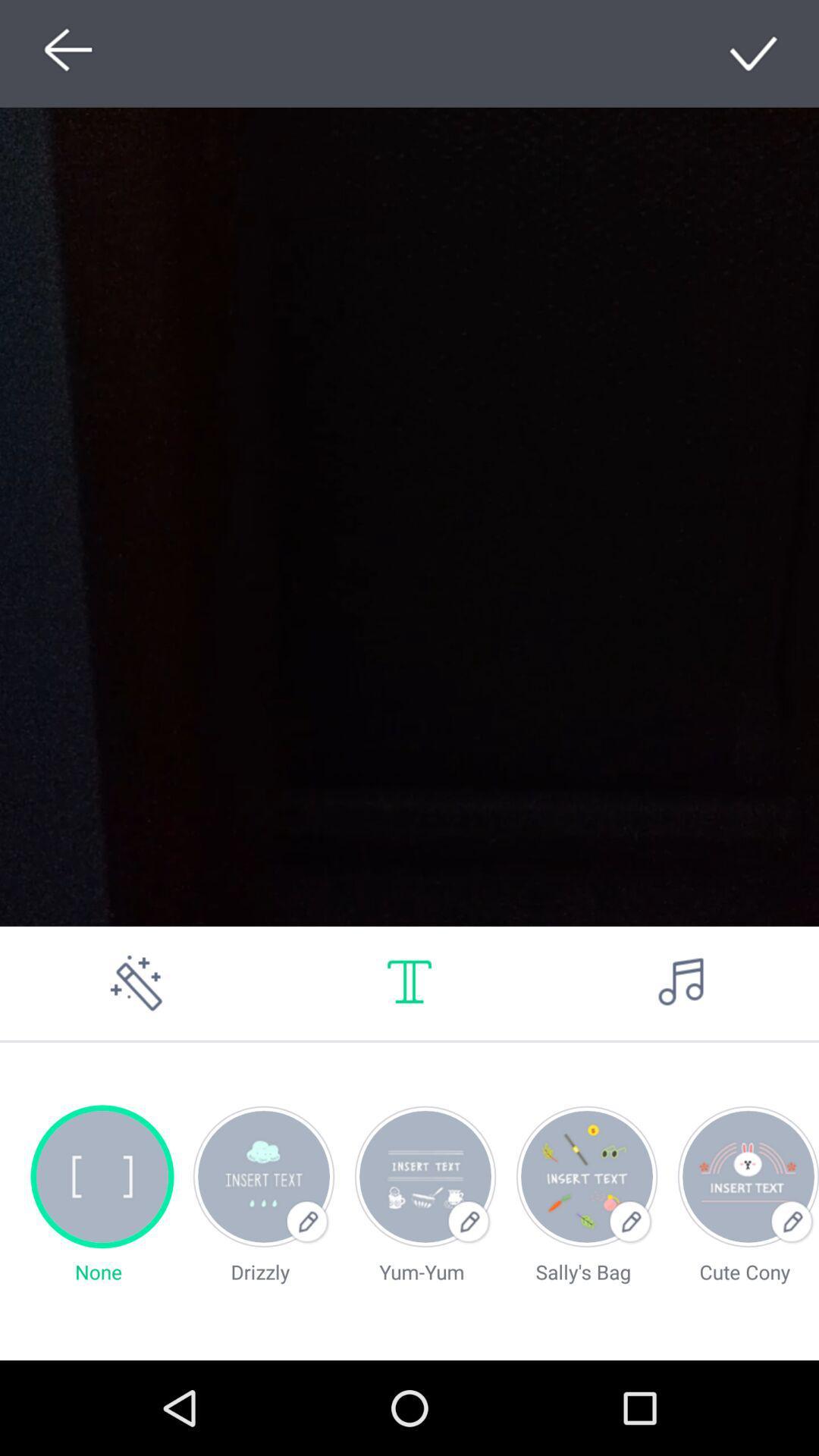 Image resolution: width=819 pixels, height=1456 pixels. I want to click on a text, so click(409, 983).